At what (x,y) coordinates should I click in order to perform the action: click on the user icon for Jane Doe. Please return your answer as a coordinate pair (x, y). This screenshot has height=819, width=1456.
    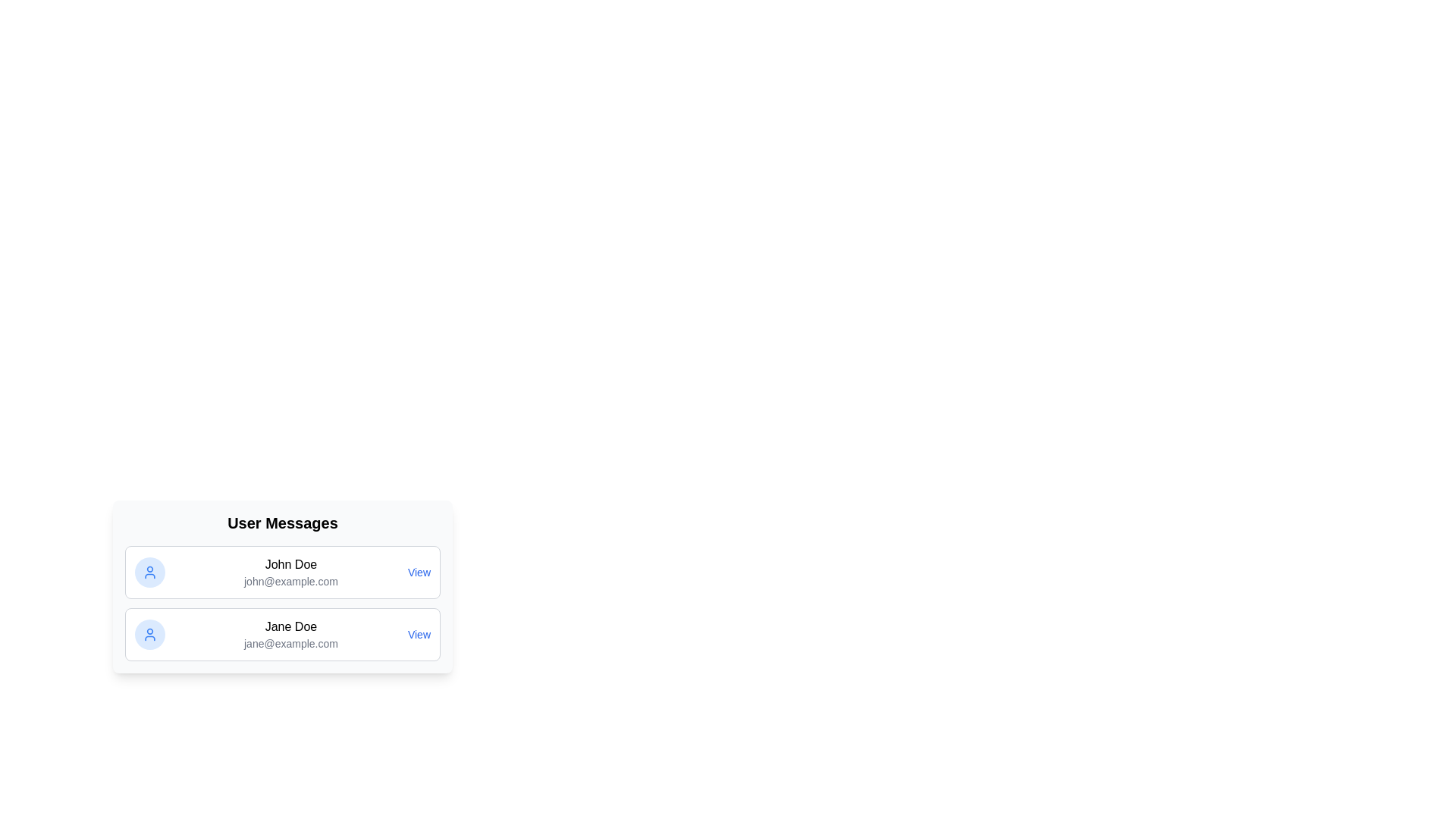
    Looking at the image, I should click on (149, 635).